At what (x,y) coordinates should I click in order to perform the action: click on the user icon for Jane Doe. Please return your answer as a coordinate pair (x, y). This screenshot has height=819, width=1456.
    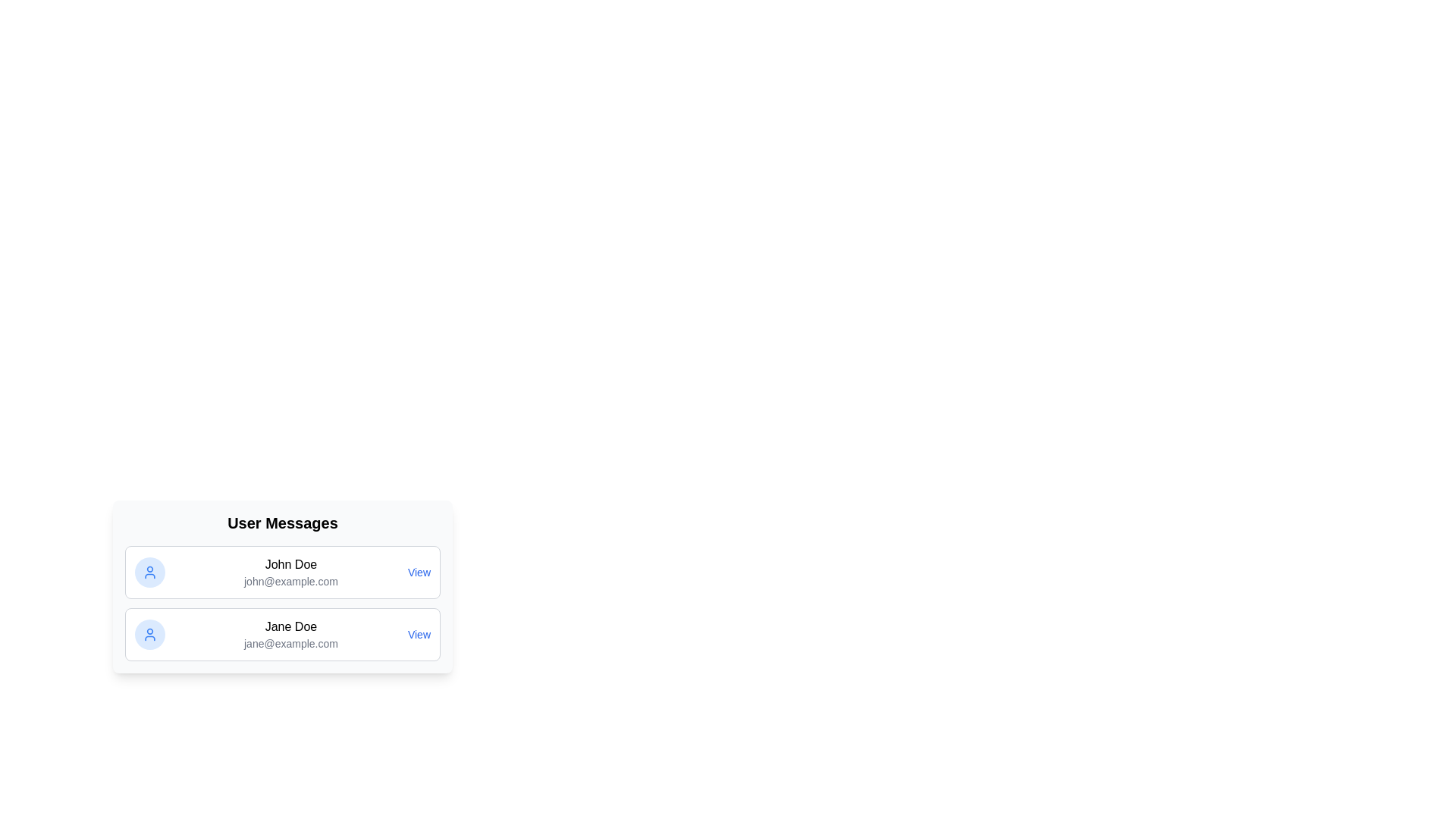
    Looking at the image, I should click on (149, 635).